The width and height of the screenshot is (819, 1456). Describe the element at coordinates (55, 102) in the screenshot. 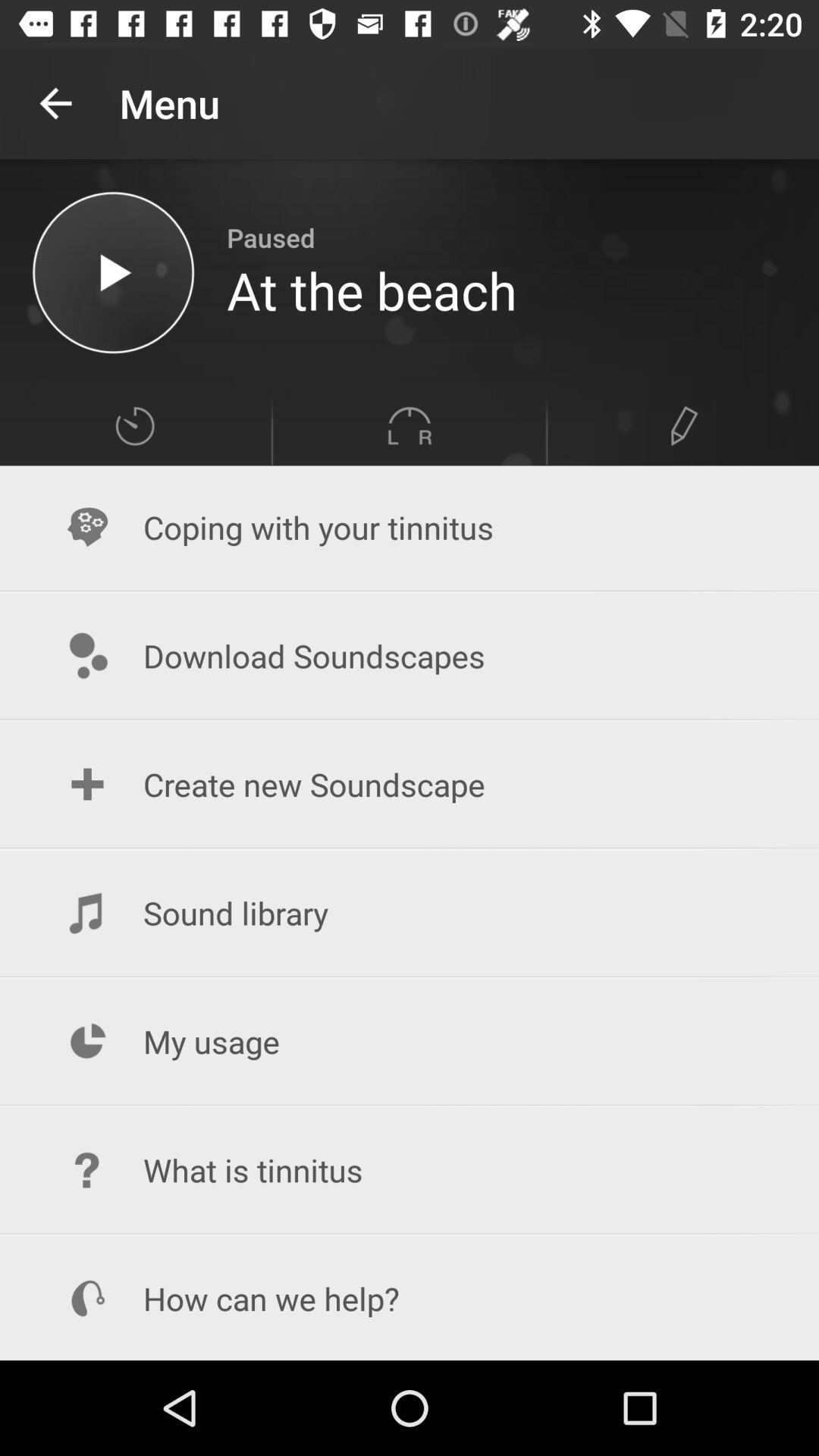

I see `app next to the menu` at that location.